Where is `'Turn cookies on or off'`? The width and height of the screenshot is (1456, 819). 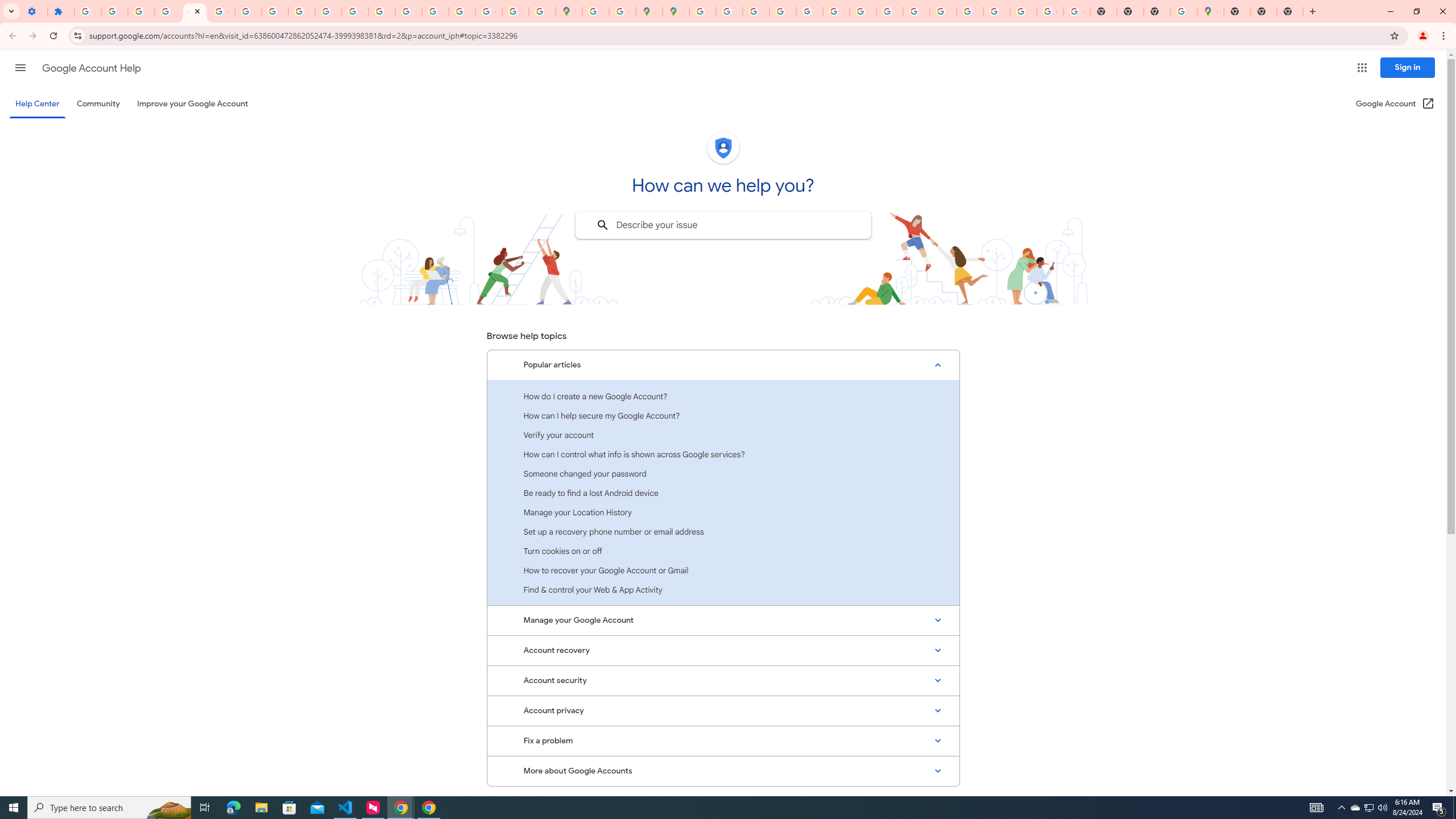
'Turn cookies on or off' is located at coordinates (723, 551).